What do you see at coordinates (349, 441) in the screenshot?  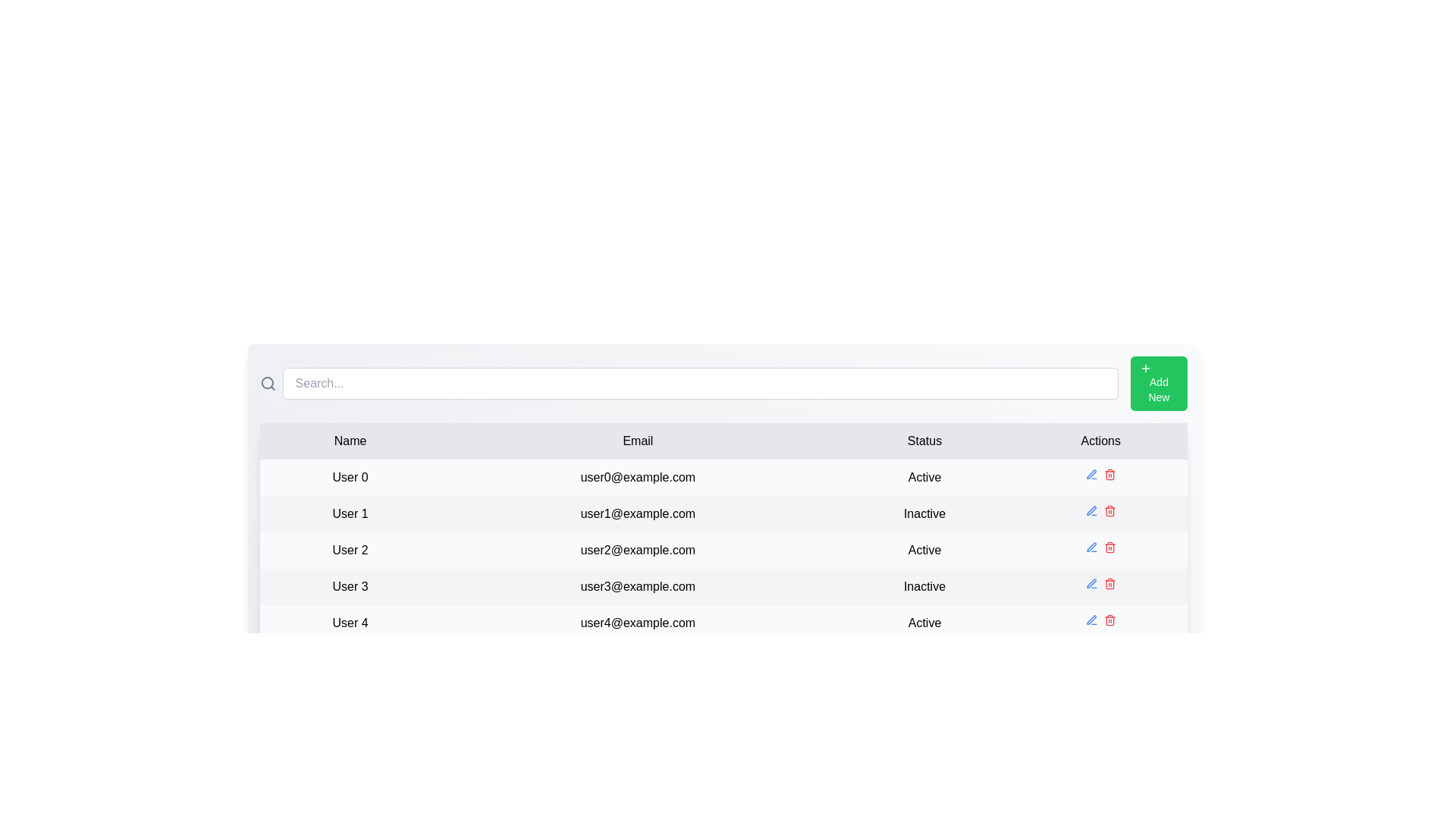 I see `the column header Name to inspect it` at bounding box center [349, 441].